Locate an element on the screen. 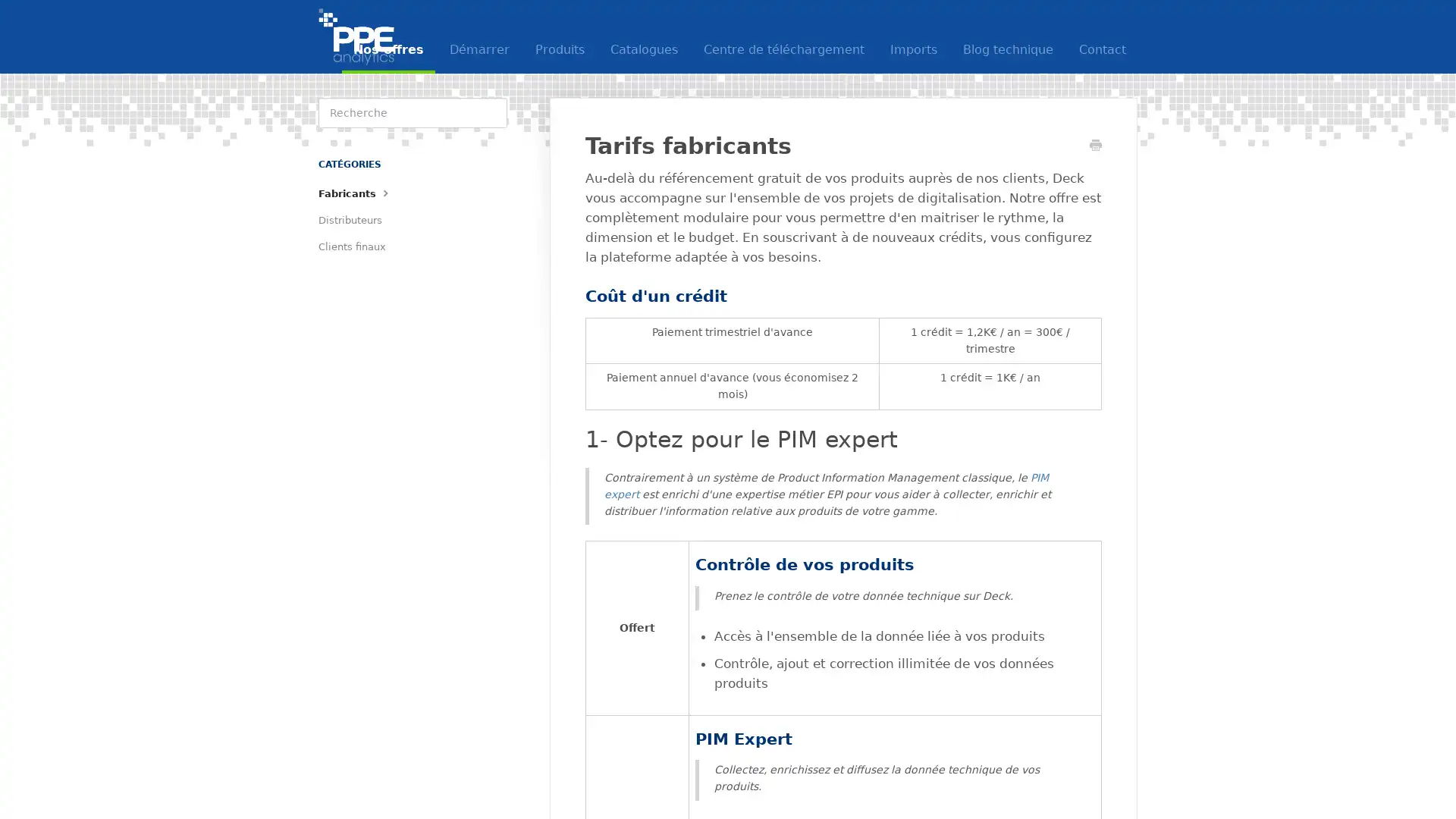  Toggle Search is located at coordinates (491, 112).